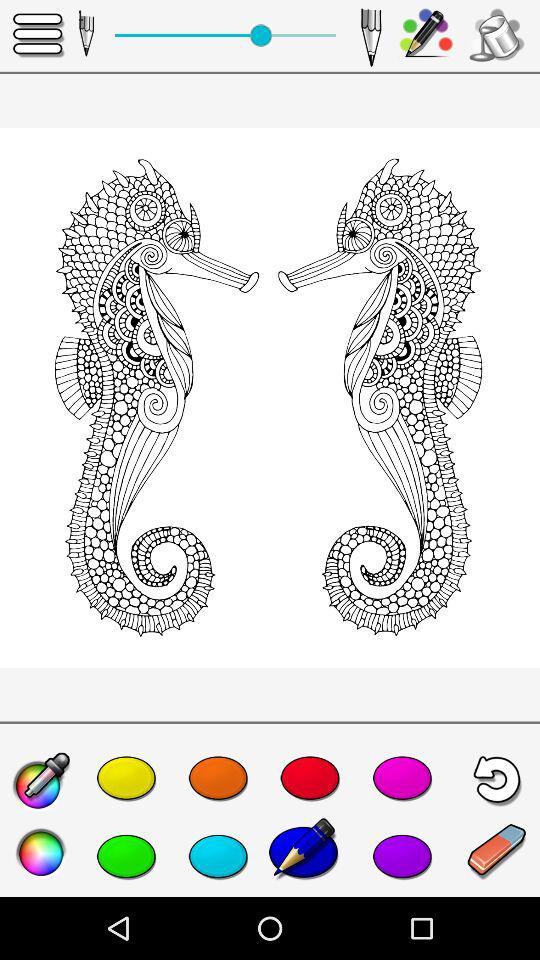 Image resolution: width=540 pixels, height=960 pixels. I want to click on the favorite icon, so click(310, 776).